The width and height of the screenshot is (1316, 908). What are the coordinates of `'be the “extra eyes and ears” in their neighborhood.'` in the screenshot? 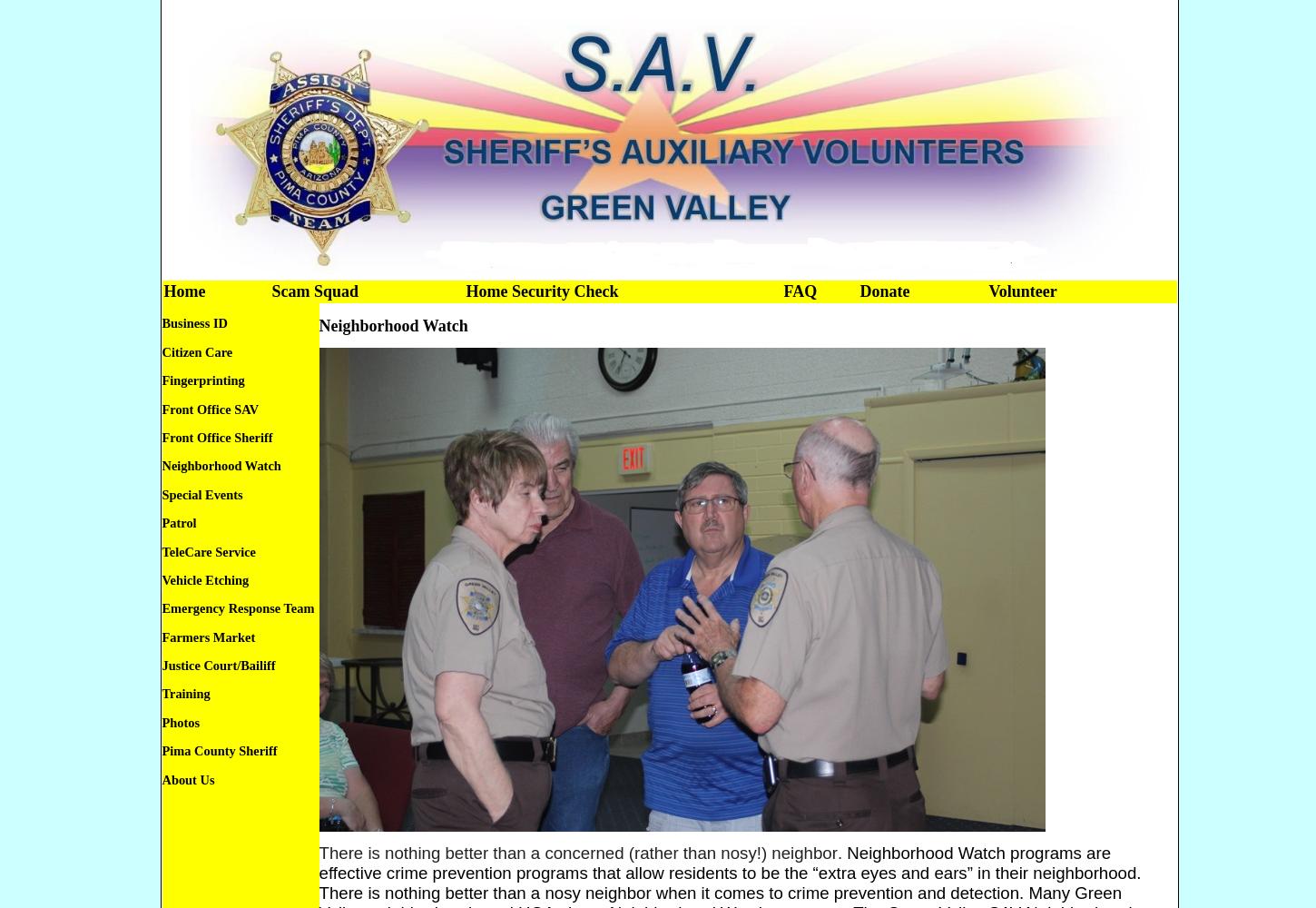 It's located at (950, 871).